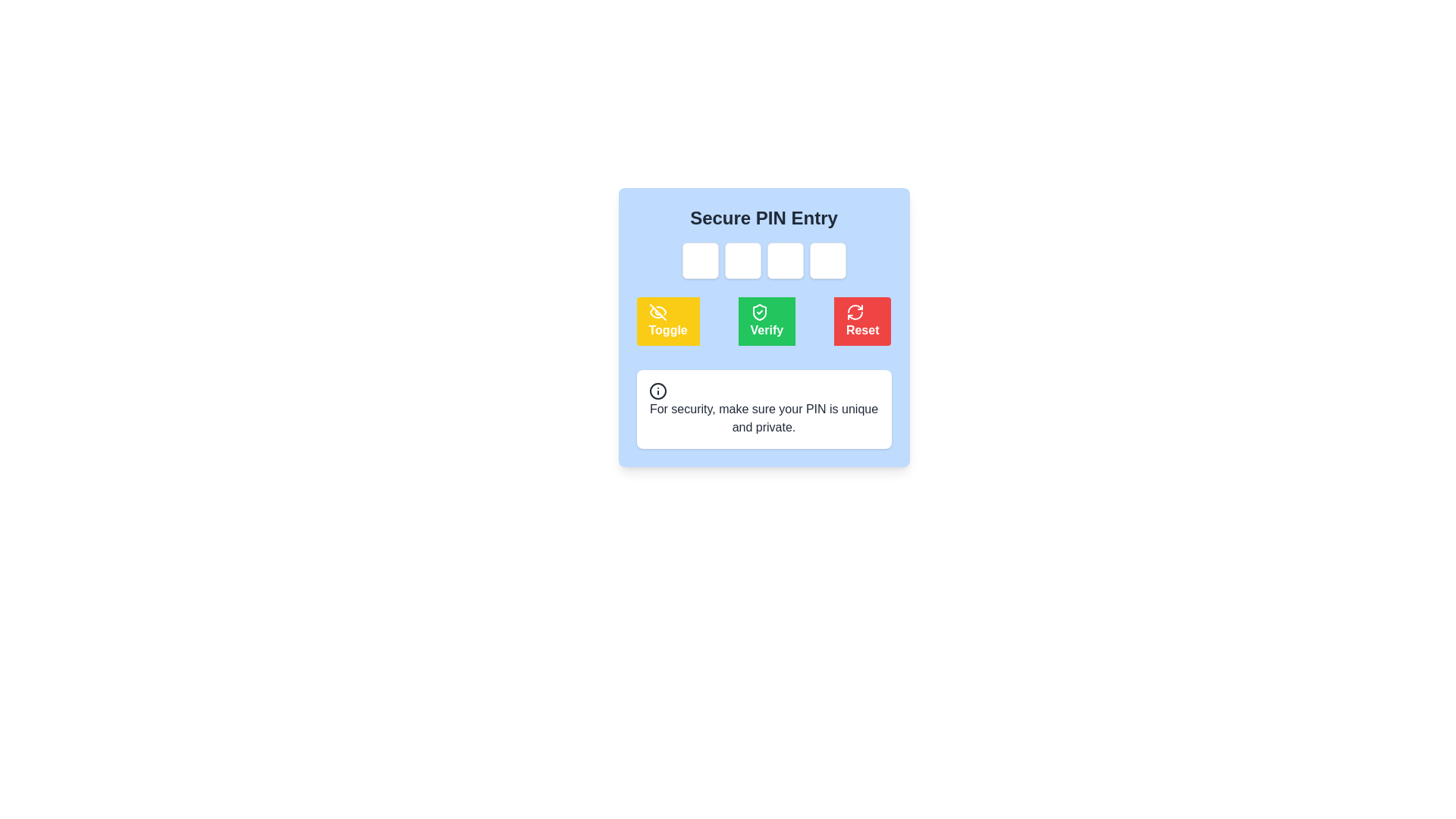 The width and height of the screenshot is (1456, 819). What do you see at coordinates (657, 312) in the screenshot?
I see `the crossed-eye icon within the 'Toggle' button group on the PIN entry interface to obscure or reveal sensitive information` at bounding box center [657, 312].